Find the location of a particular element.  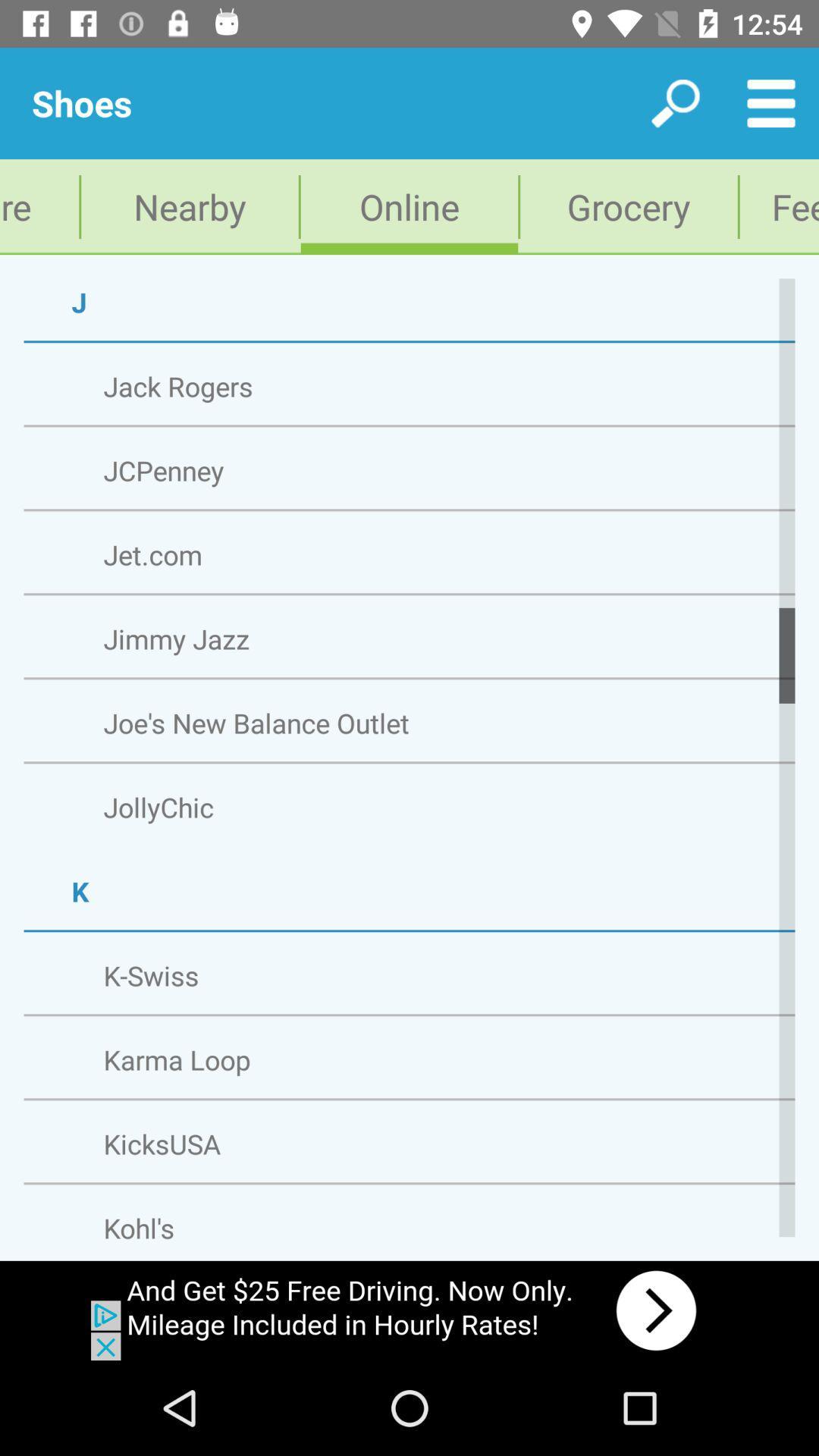

next the option is located at coordinates (409, 1310).